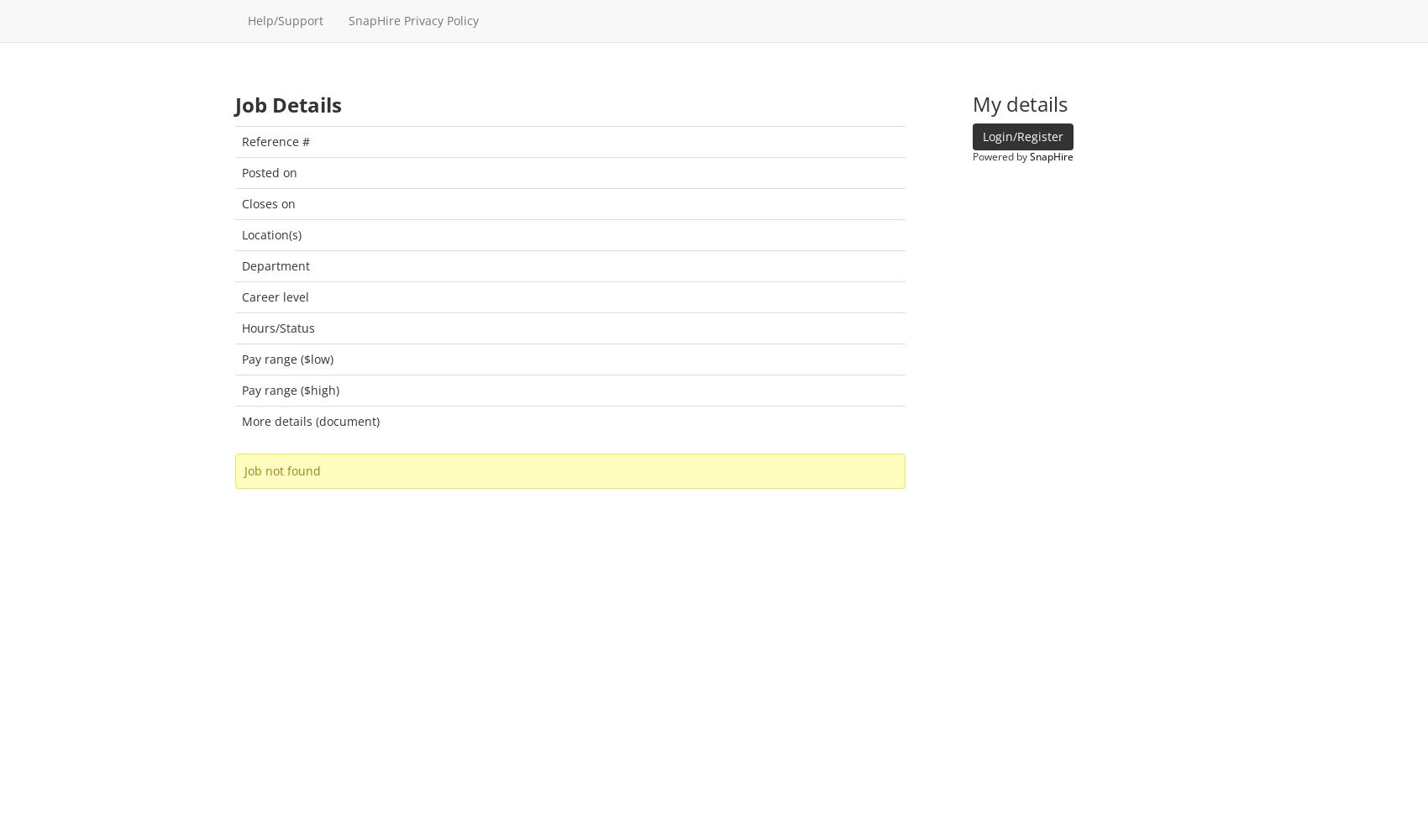 The height and width of the screenshot is (840, 1428). What do you see at coordinates (241, 295) in the screenshot?
I see `'Career level'` at bounding box center [241, 295].